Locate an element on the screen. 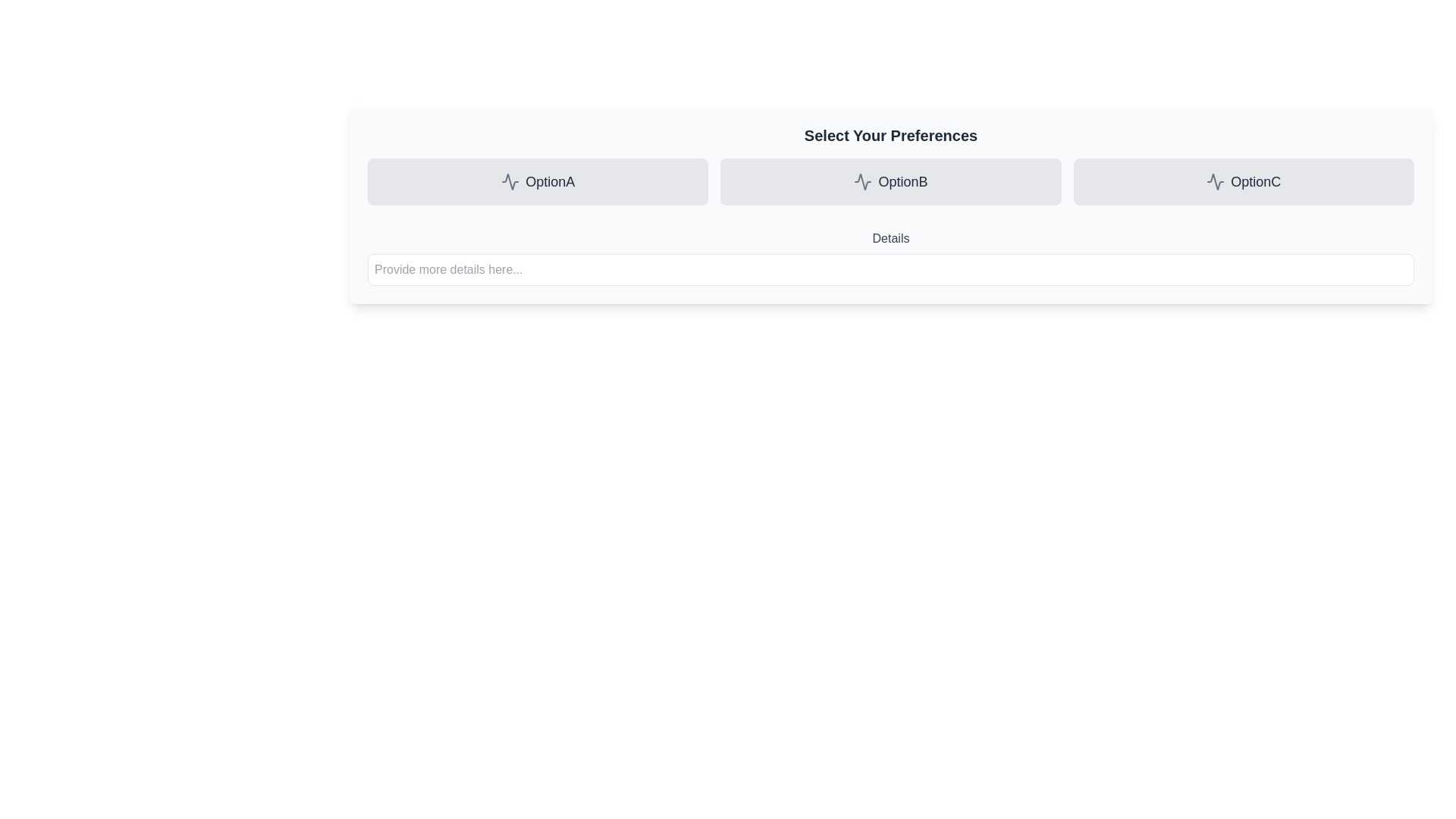  the third button in the preferences section is located at coordinates (1244, 180).